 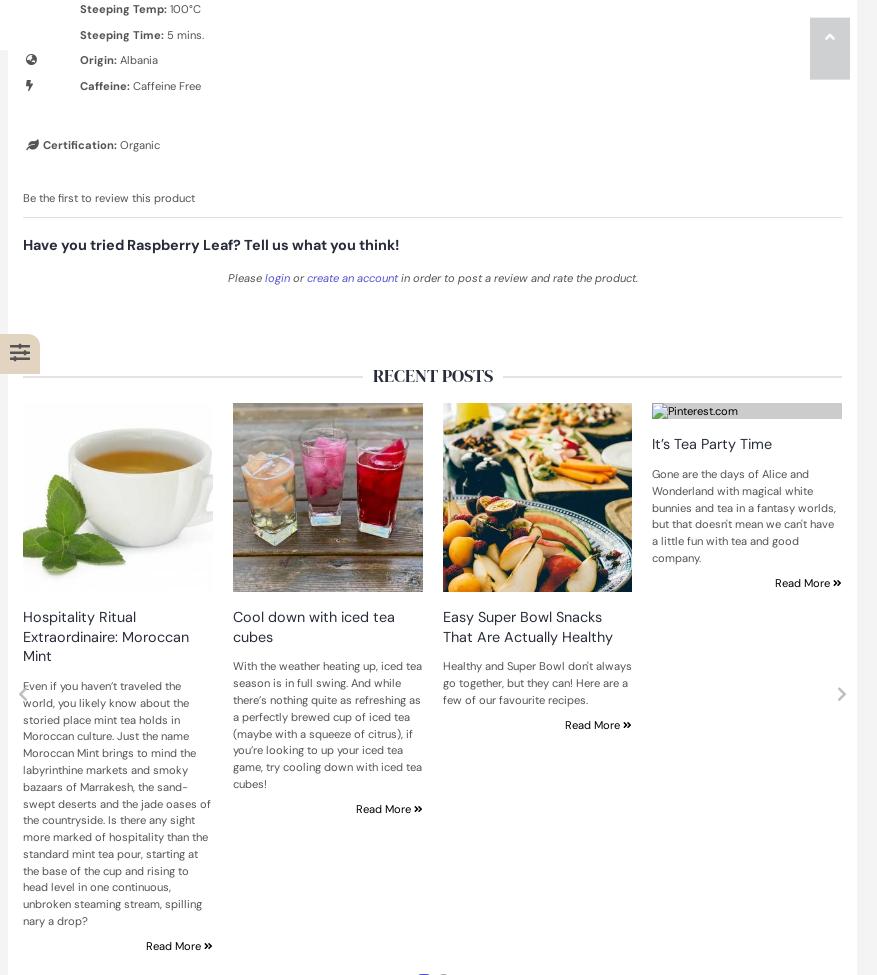 I want to click on 'Caffeine Free', so click(x=165, y=85).